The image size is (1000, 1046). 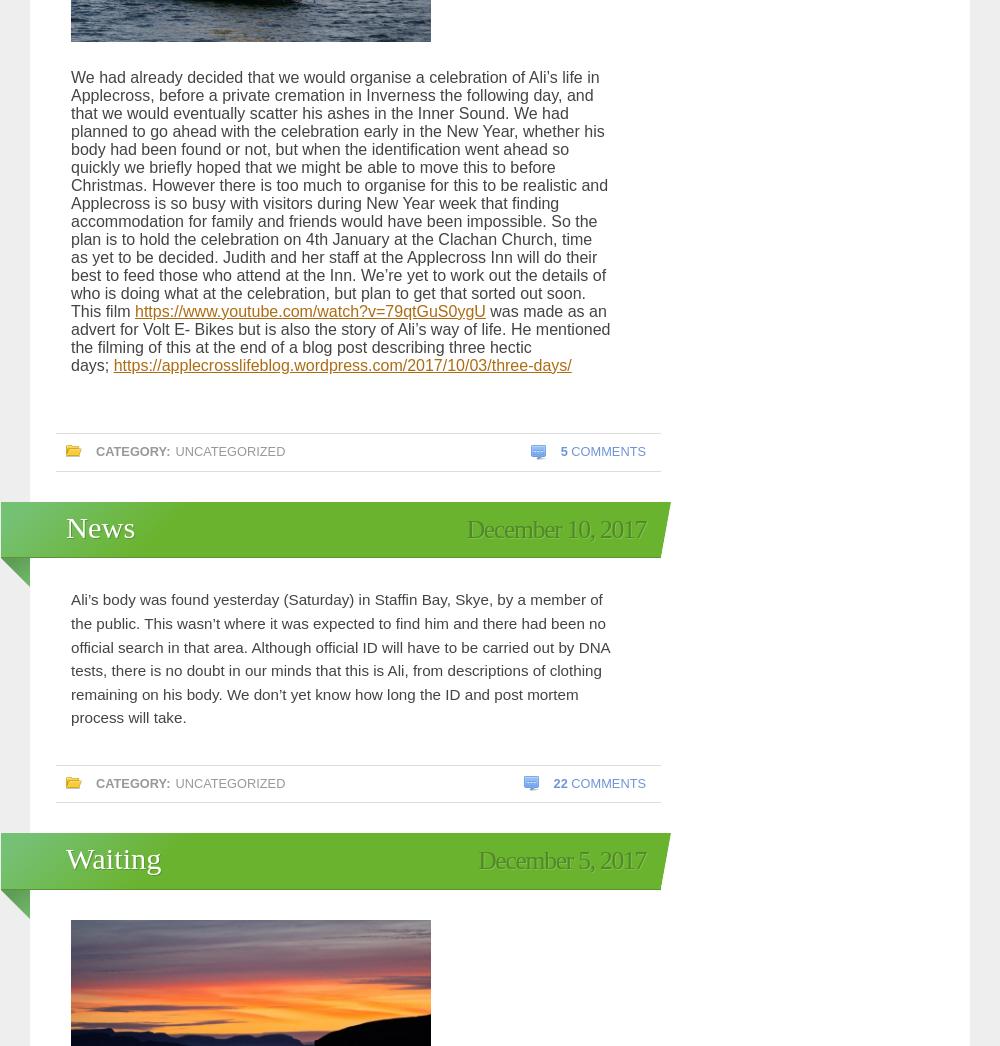 I want to click on ') in Staffin Bay, Skye, by a member of the public. This wasn’t where it was expected to find him and there had been no official search in that area. Although official ID will have to be carried out by DNA tests, there is no doubt in our minds that this is Ali, from descriptions of clothing remaining on his body. We don’t yet know how long the ID and post mortem process will take.', so click(x=339, y=657).